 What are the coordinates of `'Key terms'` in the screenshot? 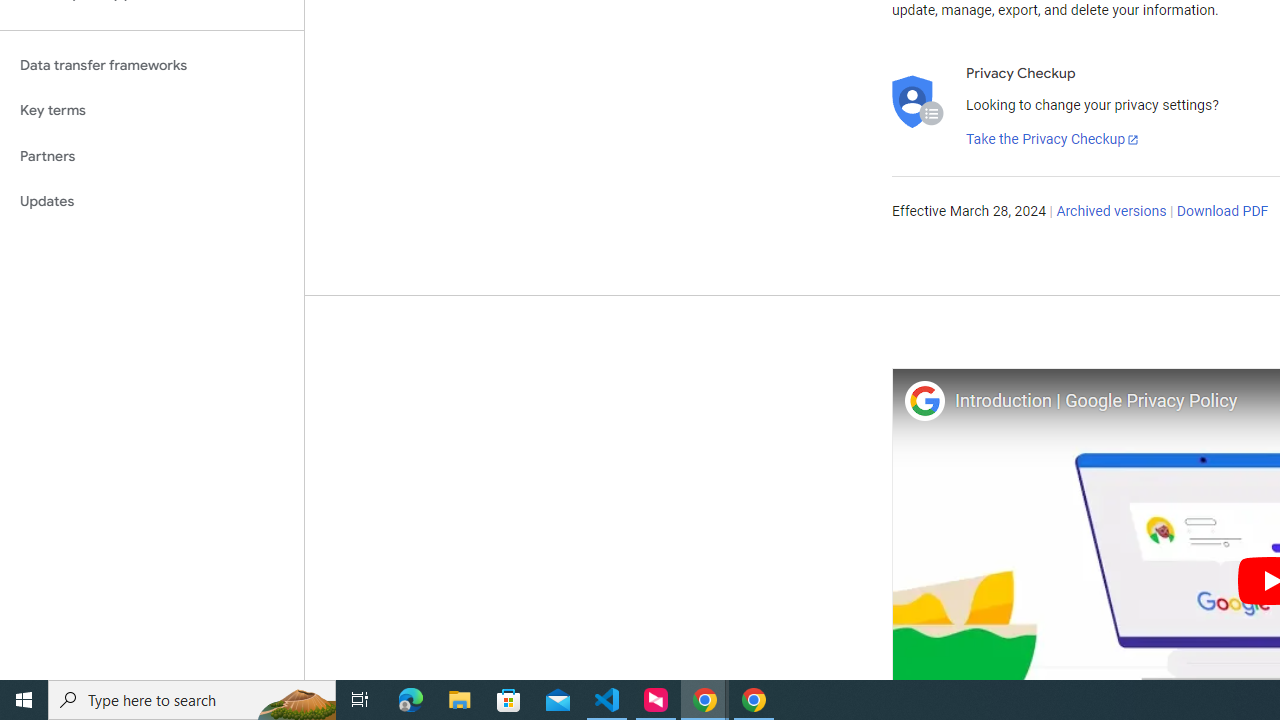 It's located at (151, 110).